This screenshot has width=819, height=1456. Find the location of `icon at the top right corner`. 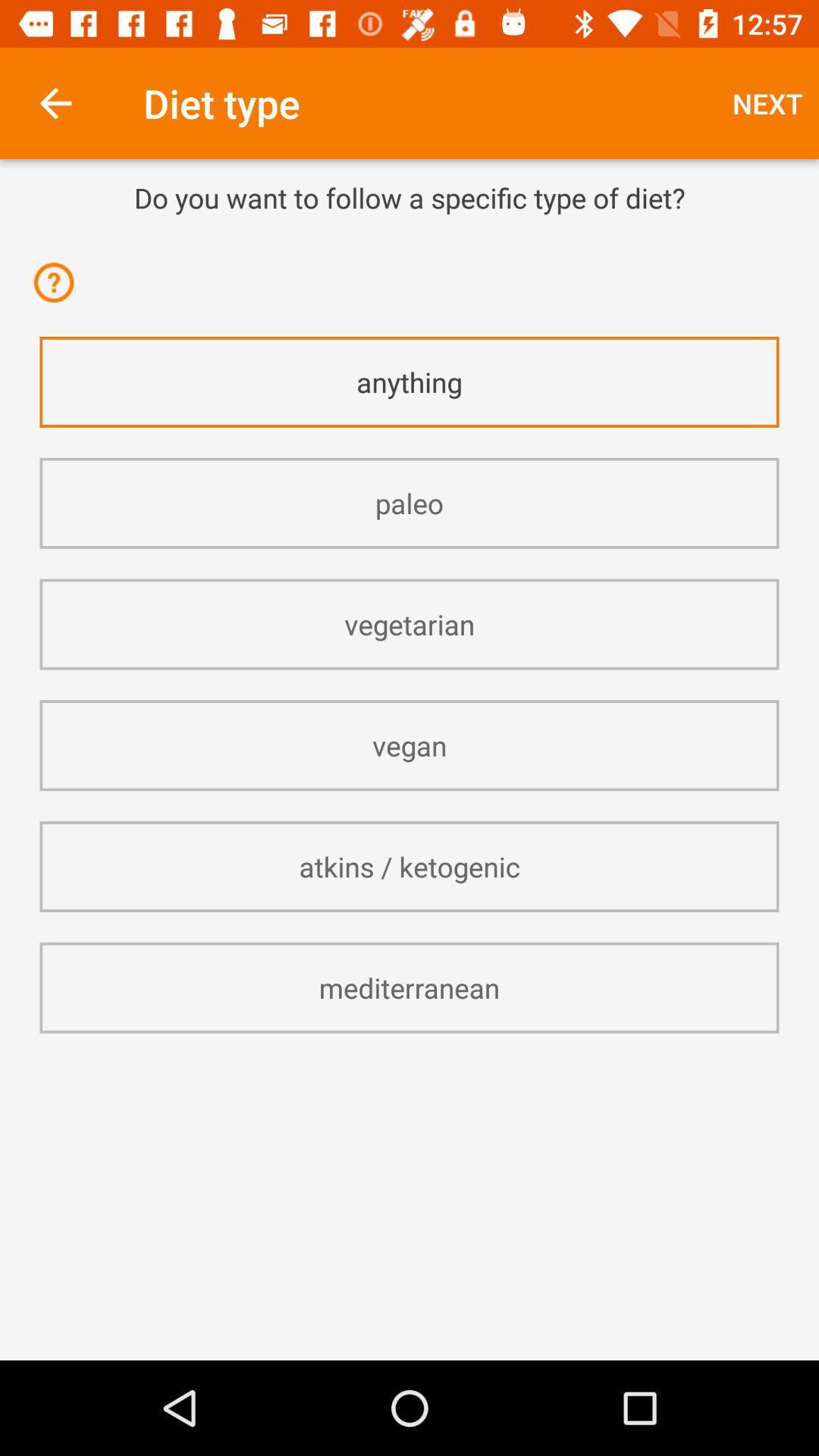

icon at the top right corner is located at coordinates (767, 102).